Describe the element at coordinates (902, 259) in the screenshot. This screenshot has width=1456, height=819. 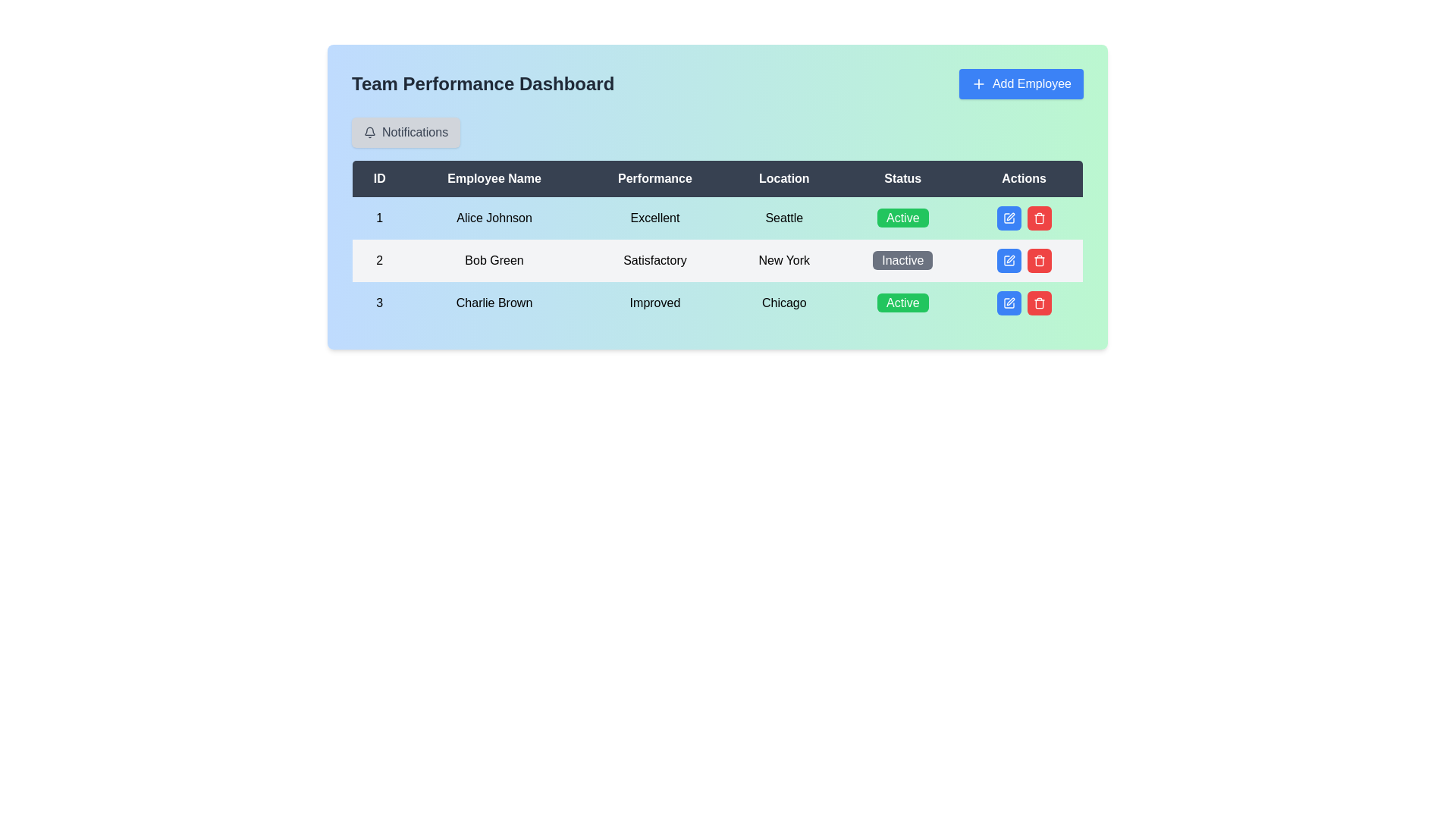
I see `the rectangular button with rounded corners that has a gray background and white text reading 'Inactive' in the 'Status' column of the data table` at that location.